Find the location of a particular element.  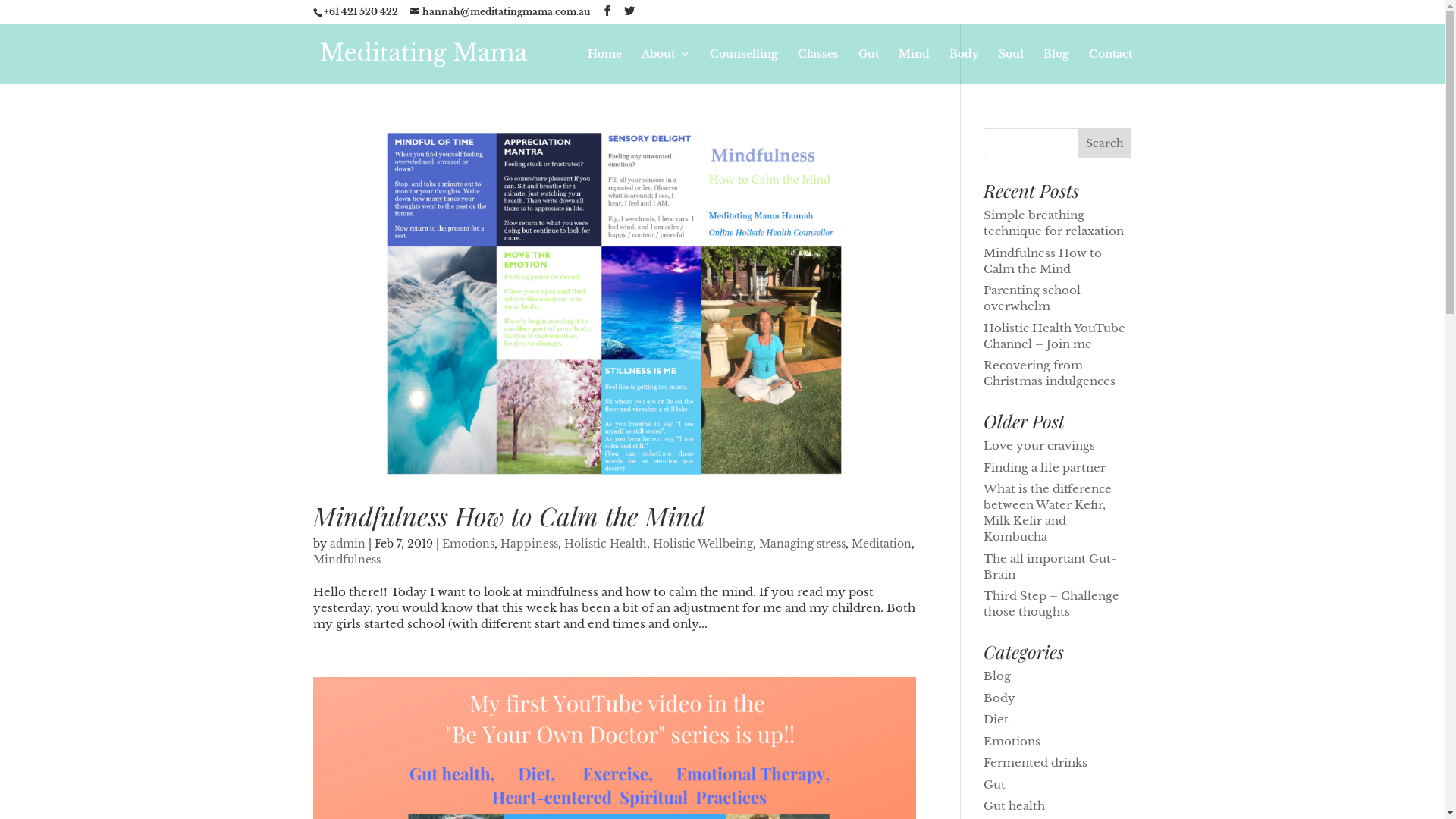

'Happiness' is located at coordinates (529, 543).